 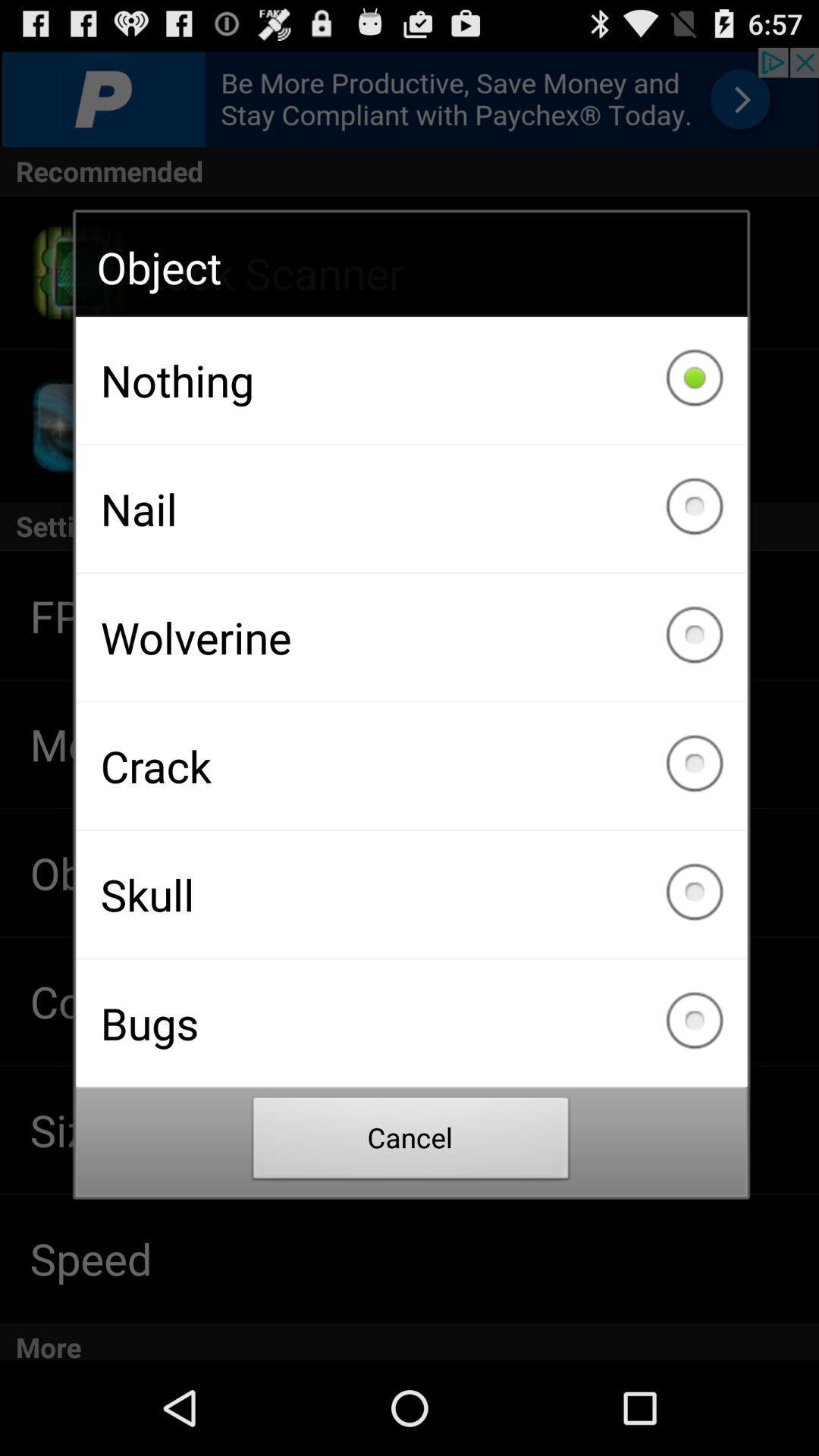 What do you see at coordinates (411, 1142) in the screenshot?
I see `checkbox below bugs item` at bounding box center [411, 1142].